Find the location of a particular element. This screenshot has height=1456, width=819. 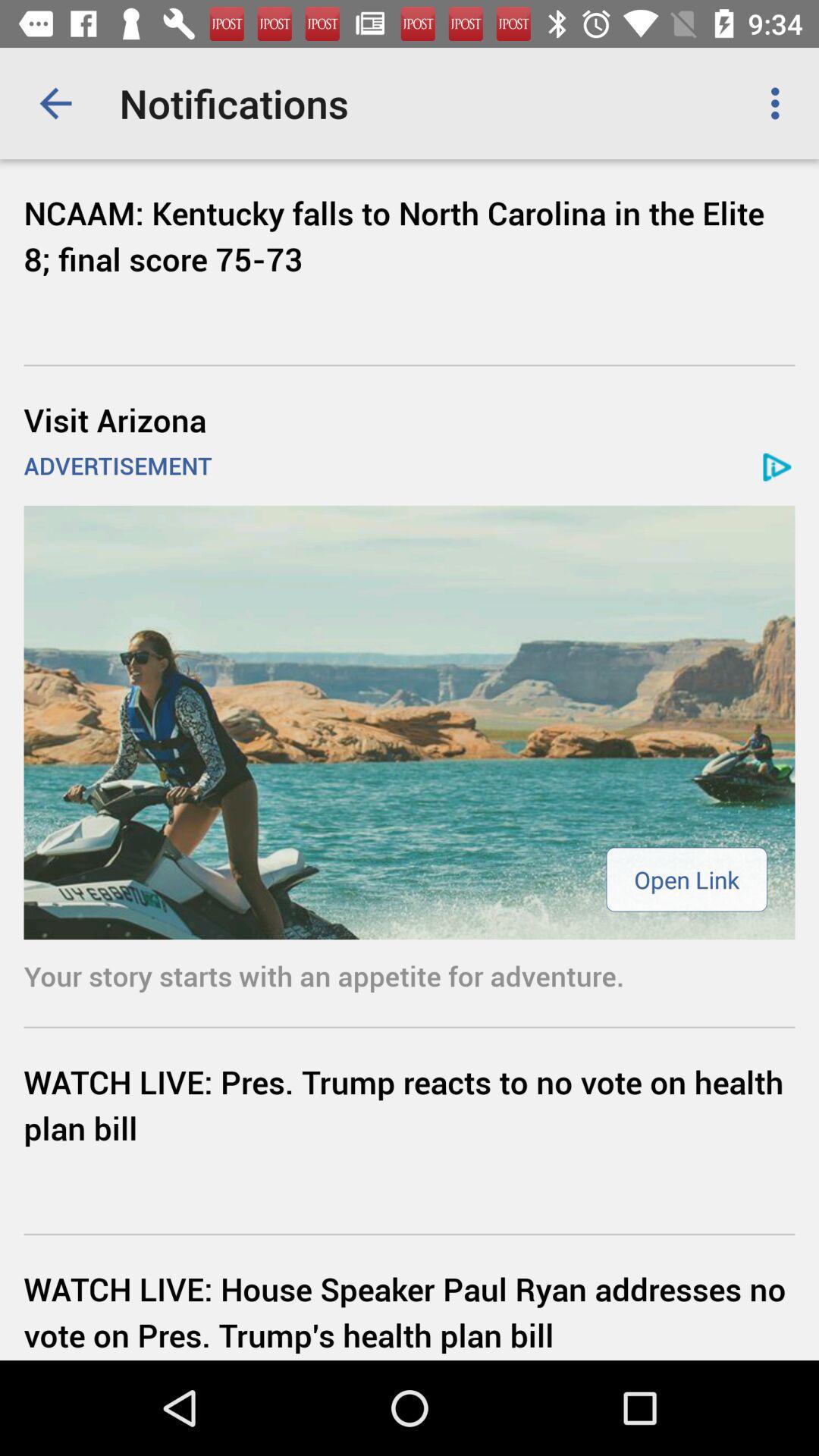

the icon next to notifications is located at coordinates (779, 102).